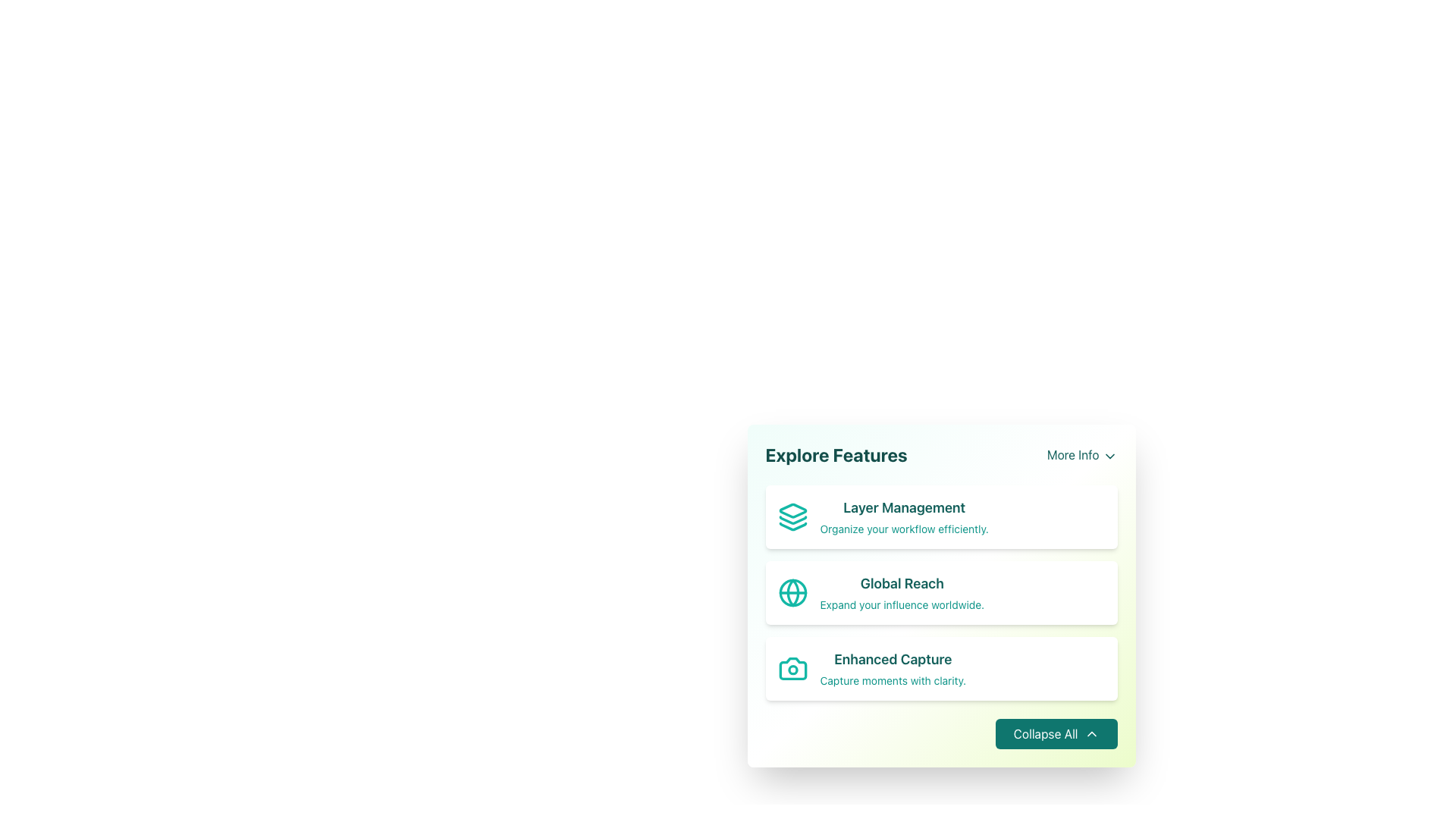 The width and height of the screenshot is (1456, 819). Describe the element at coordinates (940, 516) in the screenshot. I see `the 'Layer Management' feature card located in the 'Explore Features' section, which is the first card in a vertical stack` at that location.